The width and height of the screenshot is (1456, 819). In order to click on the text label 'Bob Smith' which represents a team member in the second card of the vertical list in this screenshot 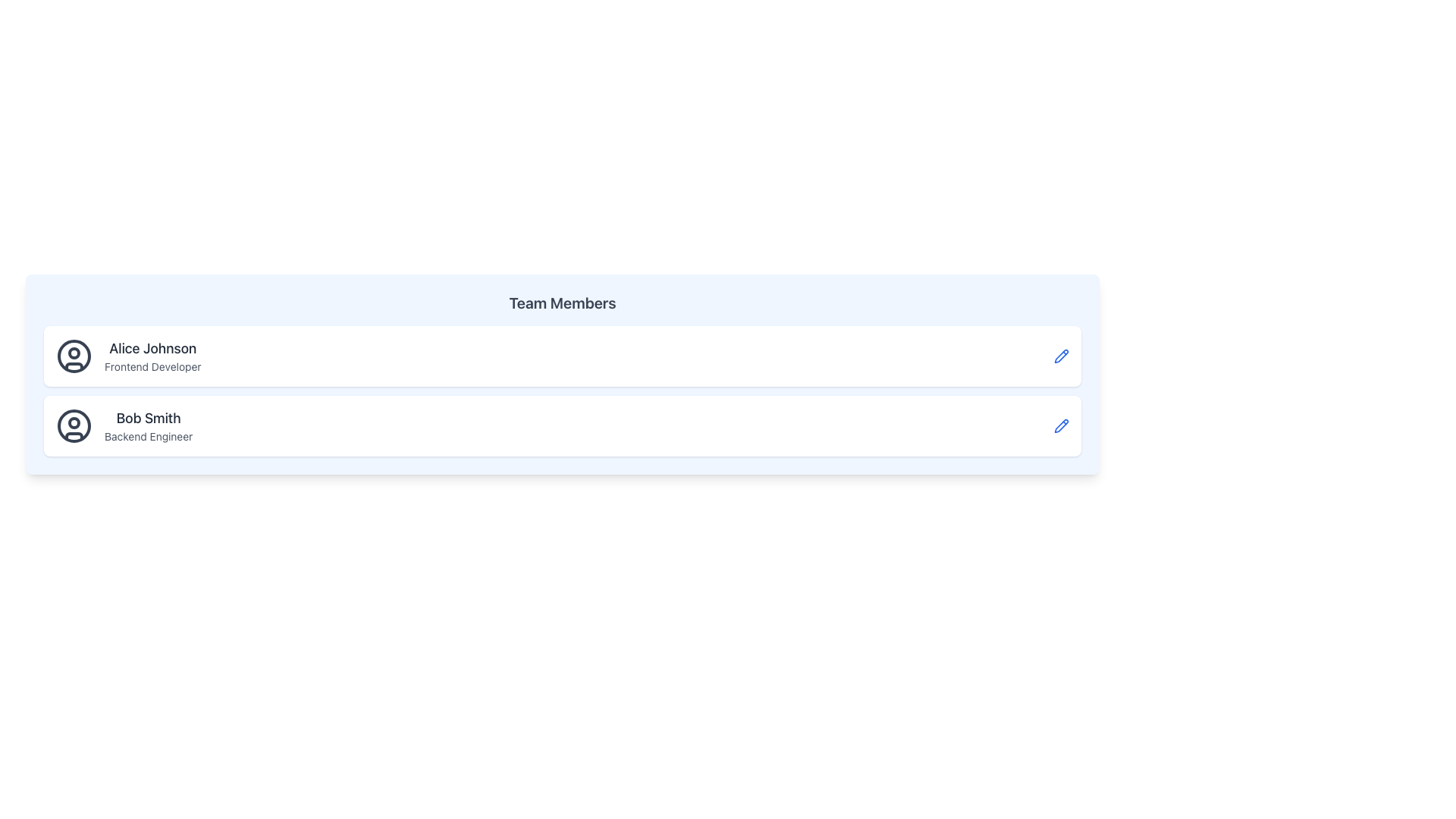, I will do `click(149, 418)`.